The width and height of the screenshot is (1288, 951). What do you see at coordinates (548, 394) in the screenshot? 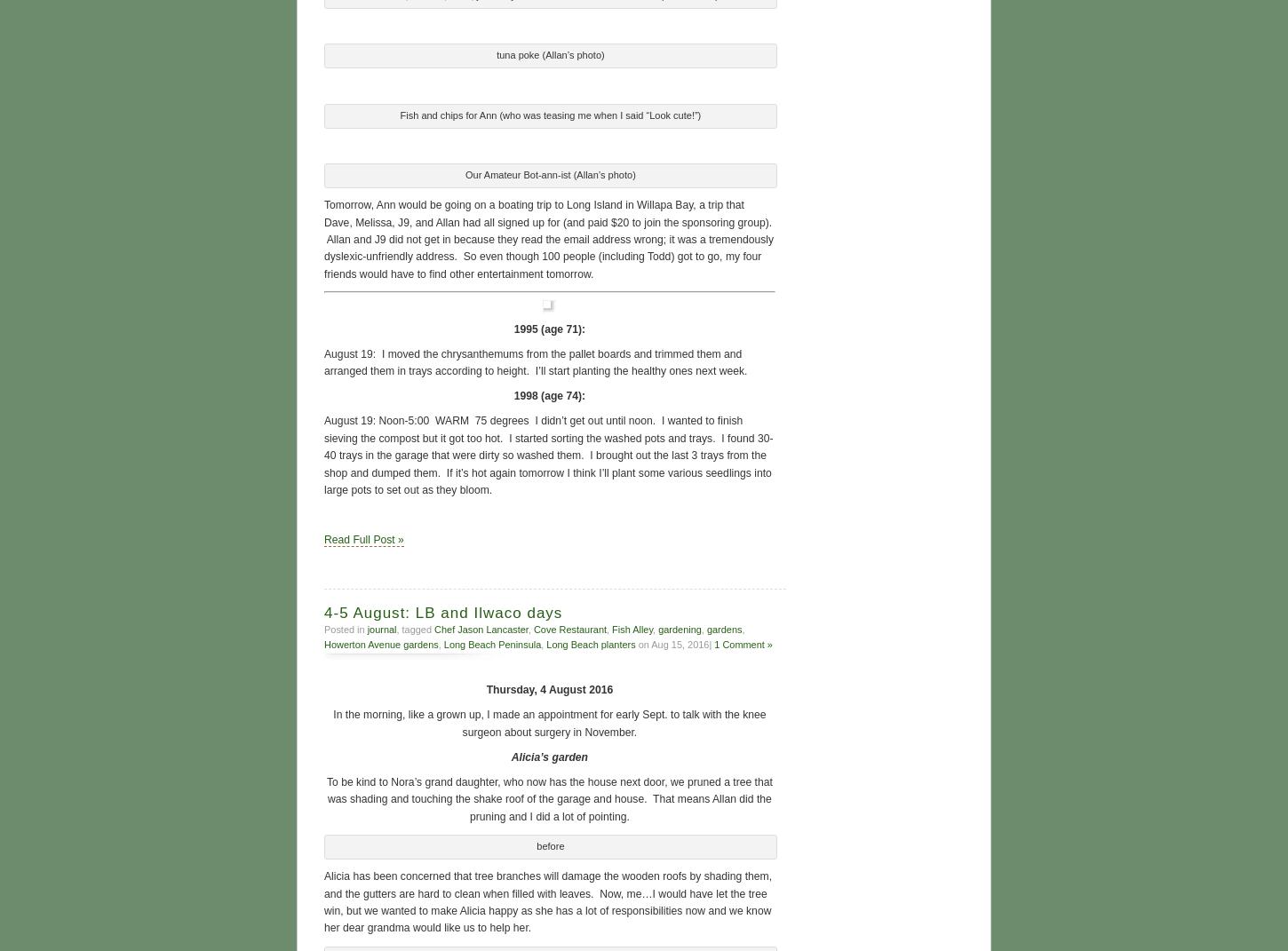
I see `'1998 (age 74):'` at bounding box center [548, 394].